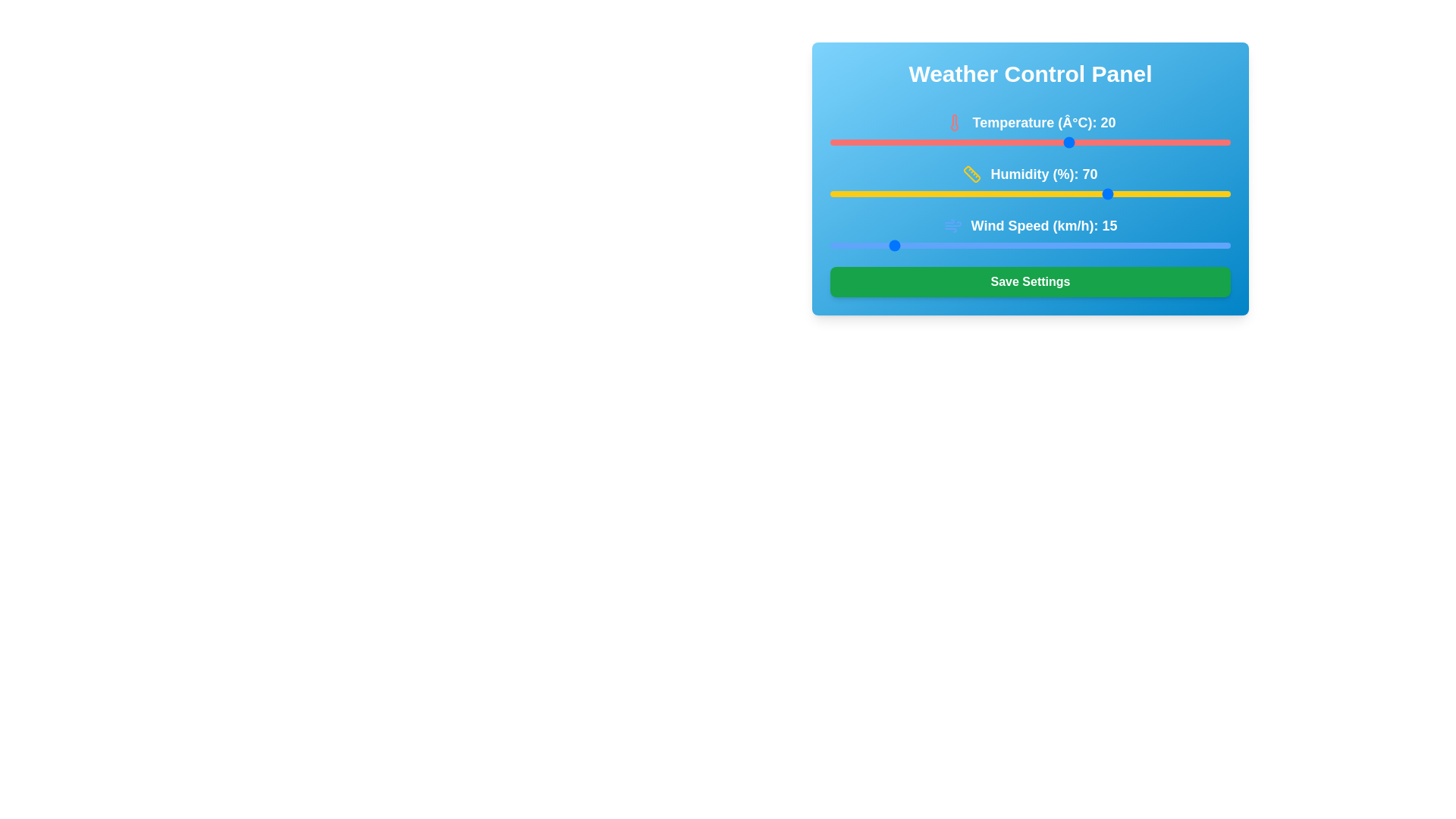  I want to click on the horizontal range slider, which is a narrow red bar with rounded ends, positioned below the label 'Temperature (°C): 20', to adjust the slider, so click(1030, 143).